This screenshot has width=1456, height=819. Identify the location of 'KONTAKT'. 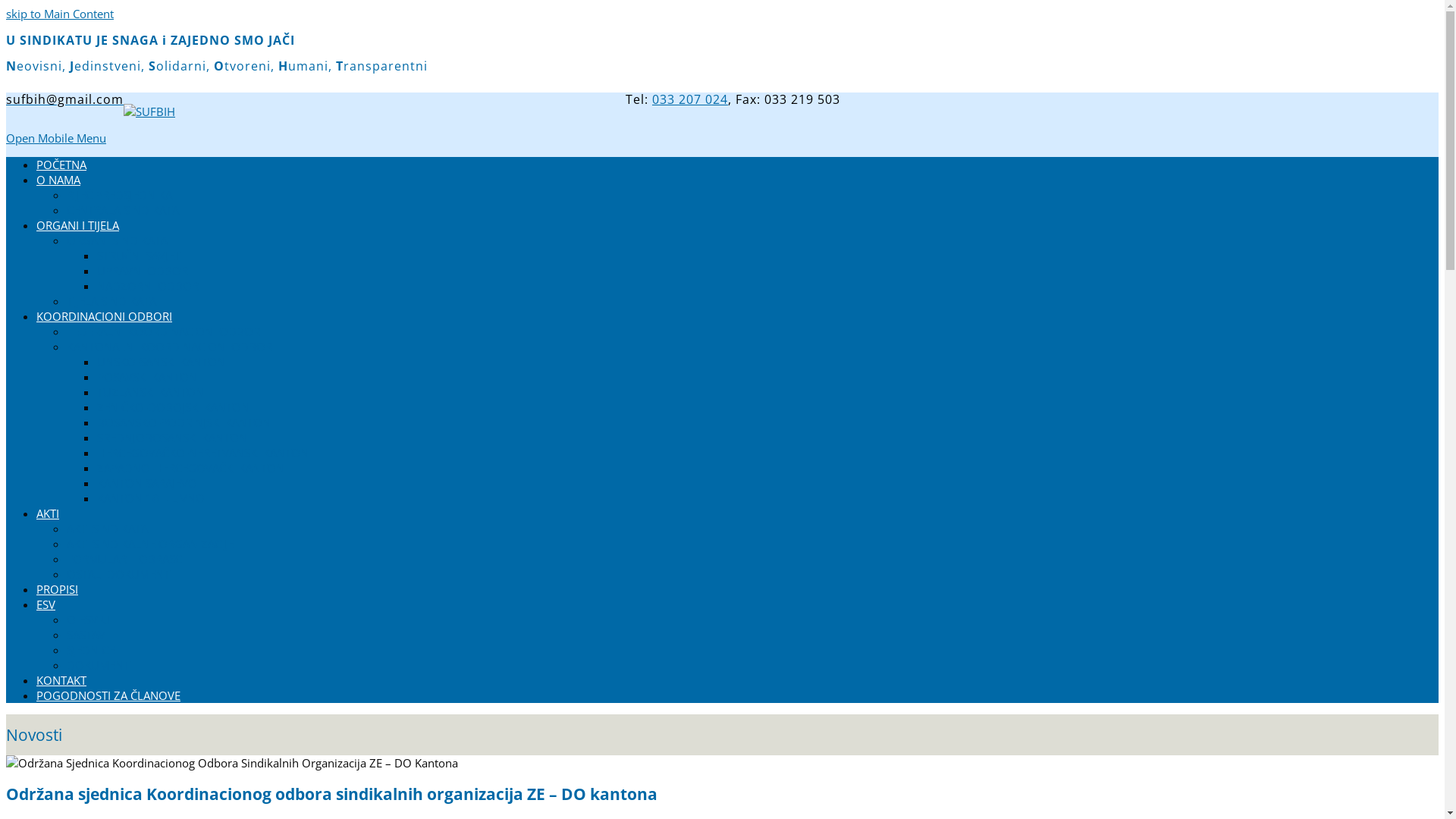
(61, 679).